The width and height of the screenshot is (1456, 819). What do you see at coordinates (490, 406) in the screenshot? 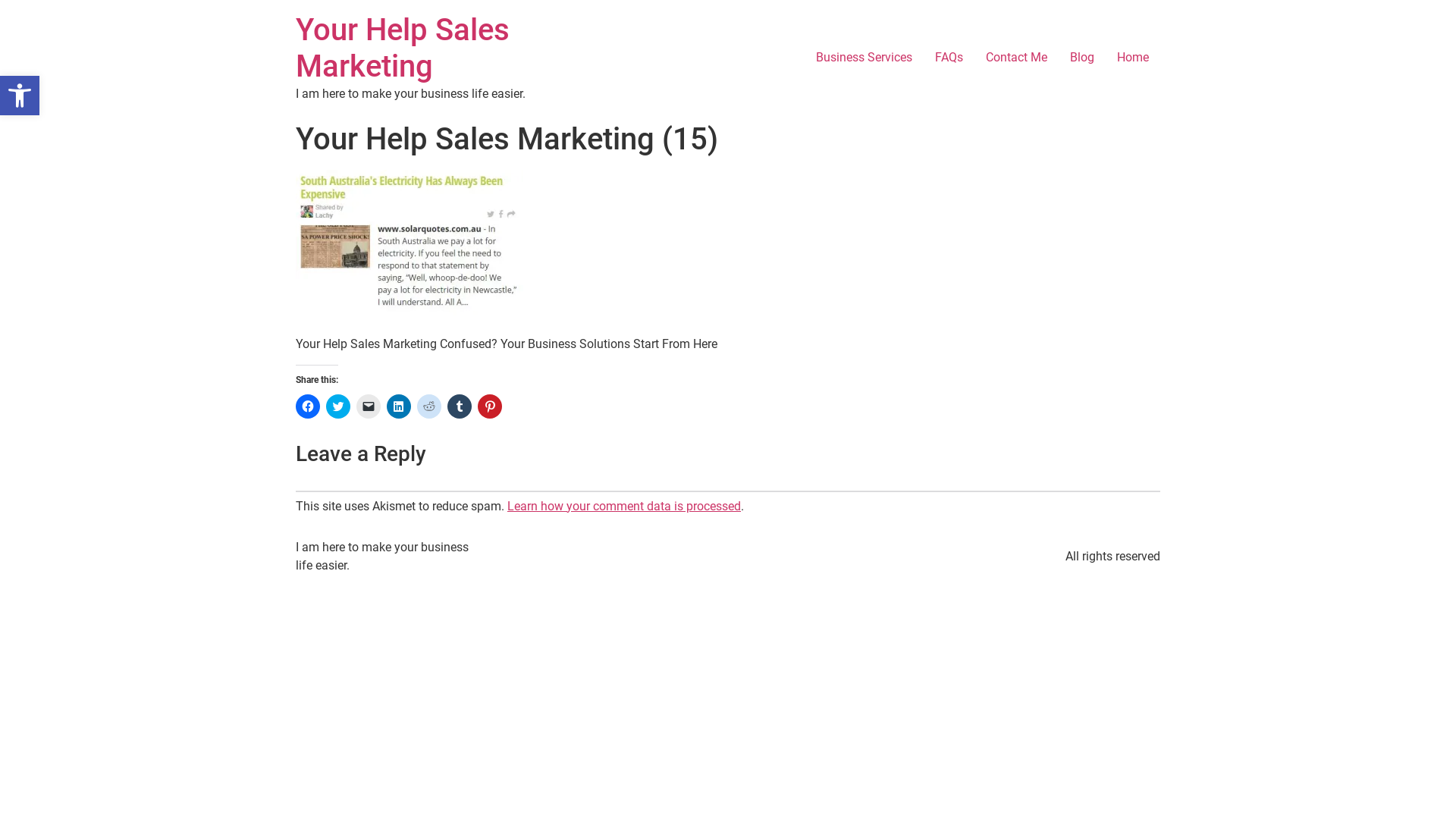
I see `'Click to share on Pinterest (Opens in new window)'` at bounding box center [490, 406].